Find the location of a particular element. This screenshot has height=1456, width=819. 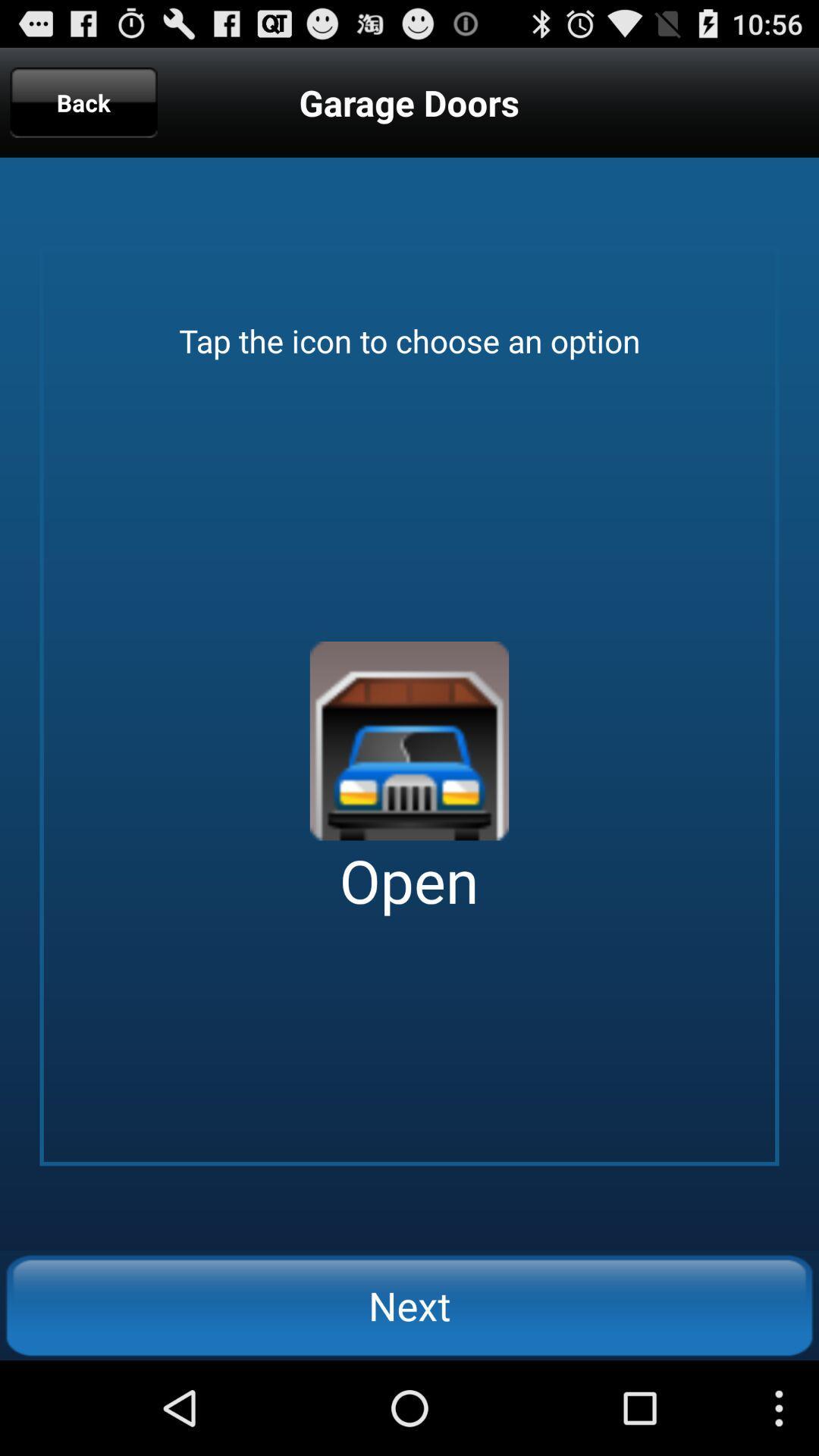

next at the bottom is located at coordinates (409, 1304).